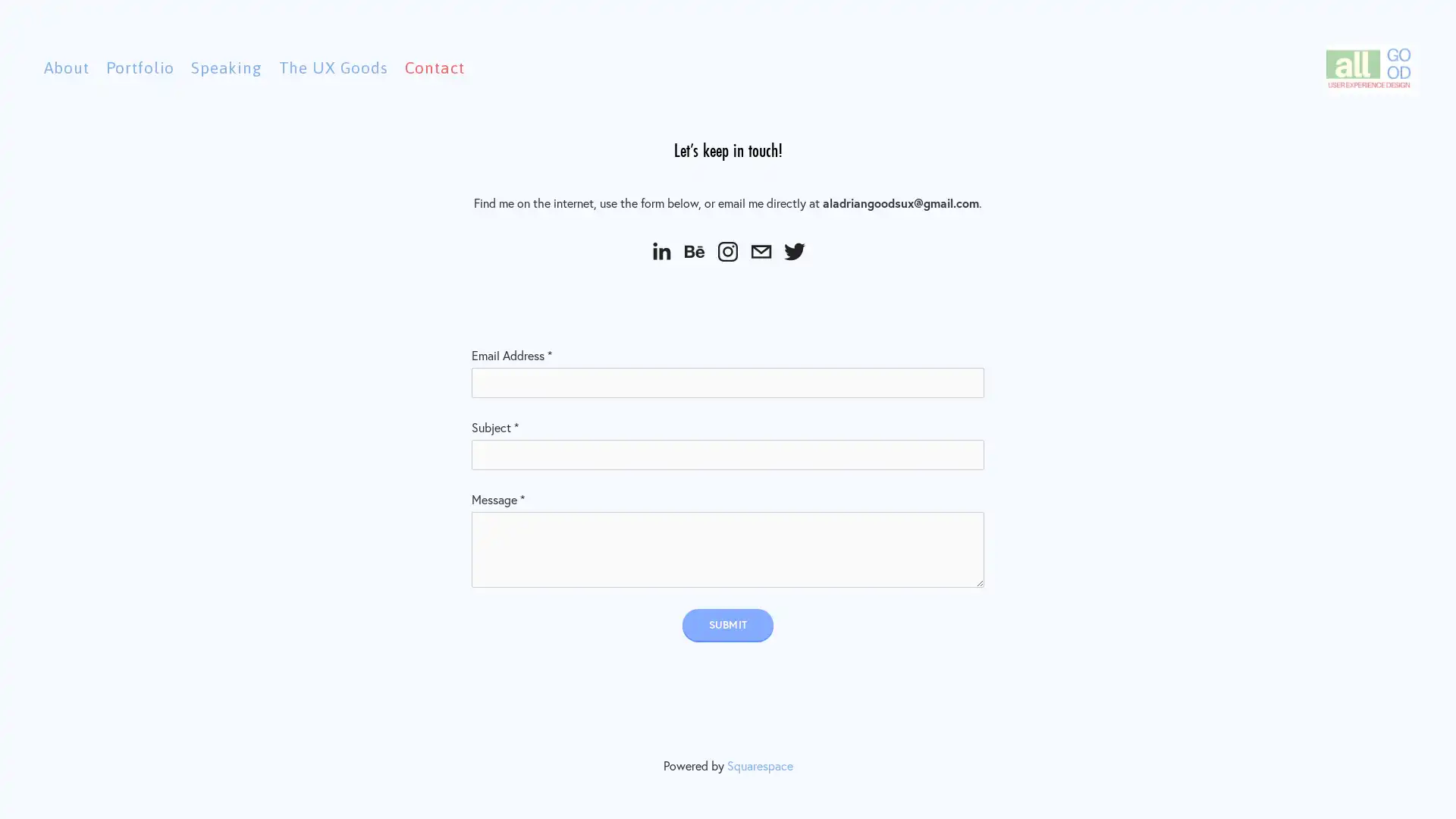 This screenshot has width=1456, height=819. What do you see at coordinates (726, 625) in the screenshot?
I see `Submit` at bounding box center [726, 625].